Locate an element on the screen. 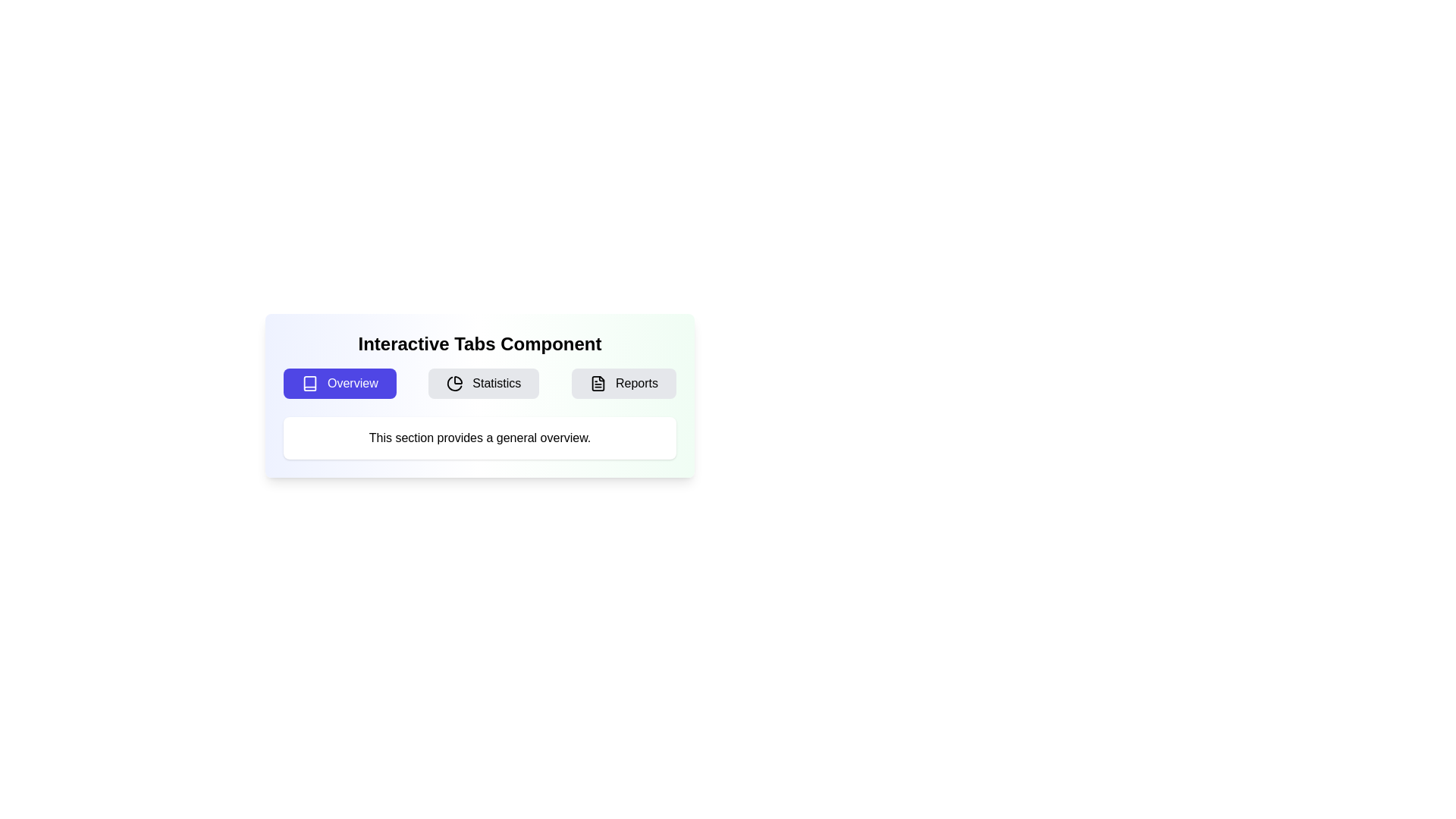 This screenshot has height=819, width=1456. the 'Statistics' icon located at the left of the text 'Statistics' in the horizontal menu bar is located at coordinates (454, 382).